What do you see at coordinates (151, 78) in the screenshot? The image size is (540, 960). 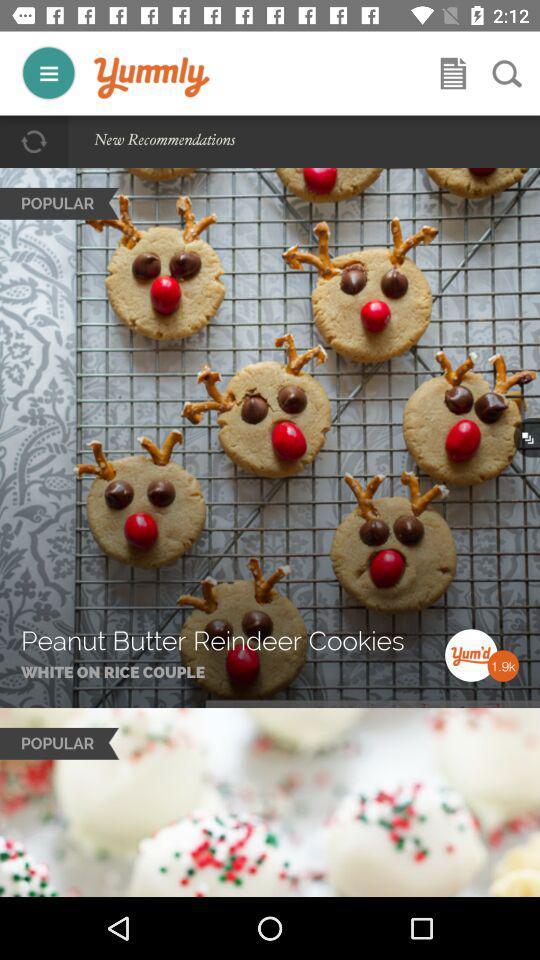 I see `the item above new recommendations` at bounding box center [151, 78].